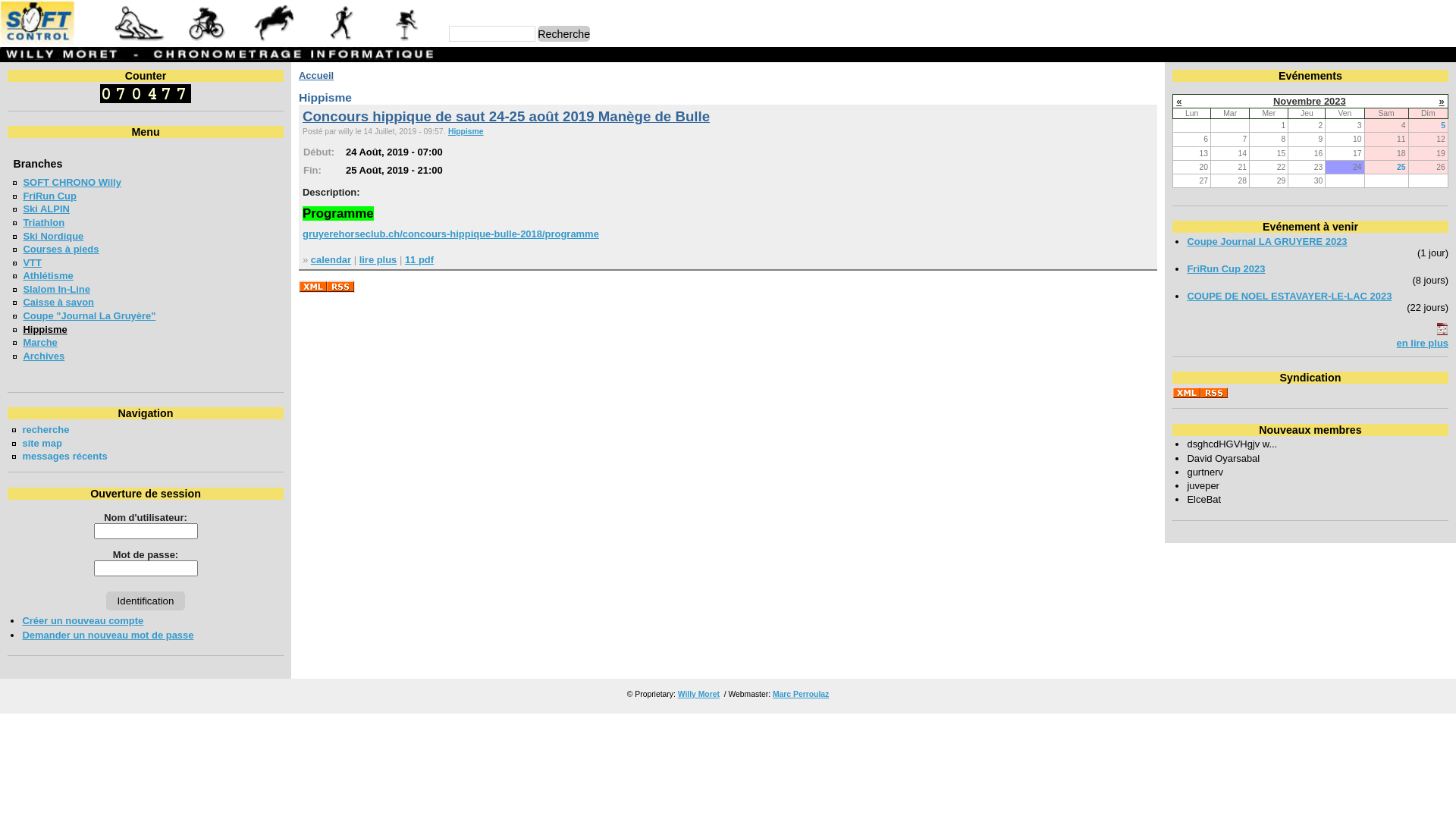 The image size is (1456, 819). I want to click on 'Coupe Journal LA GRUYERE 2023', so click(1266, 240).